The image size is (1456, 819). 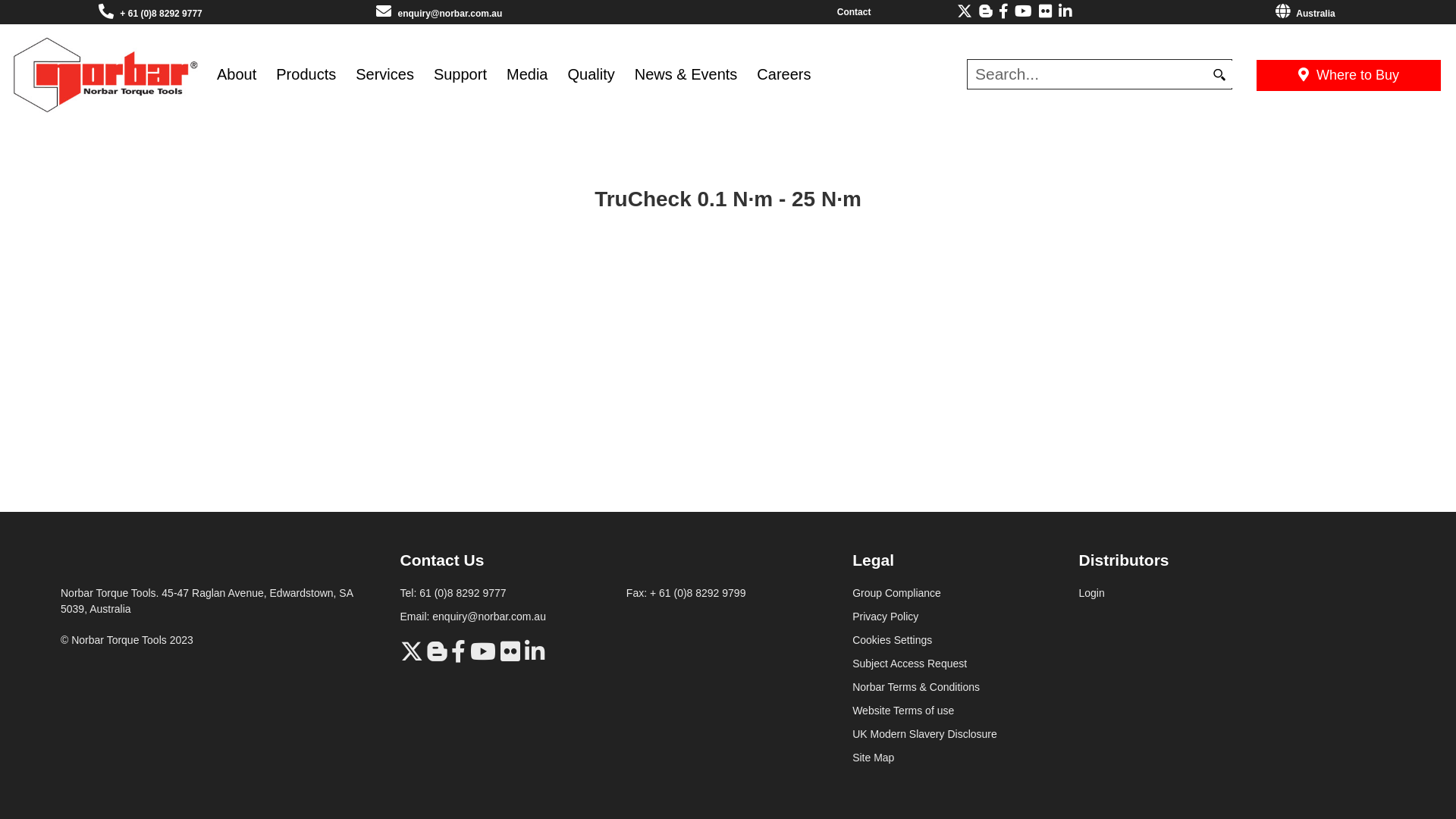 I want to click on 'Australia', so click(x=1304, y=14).